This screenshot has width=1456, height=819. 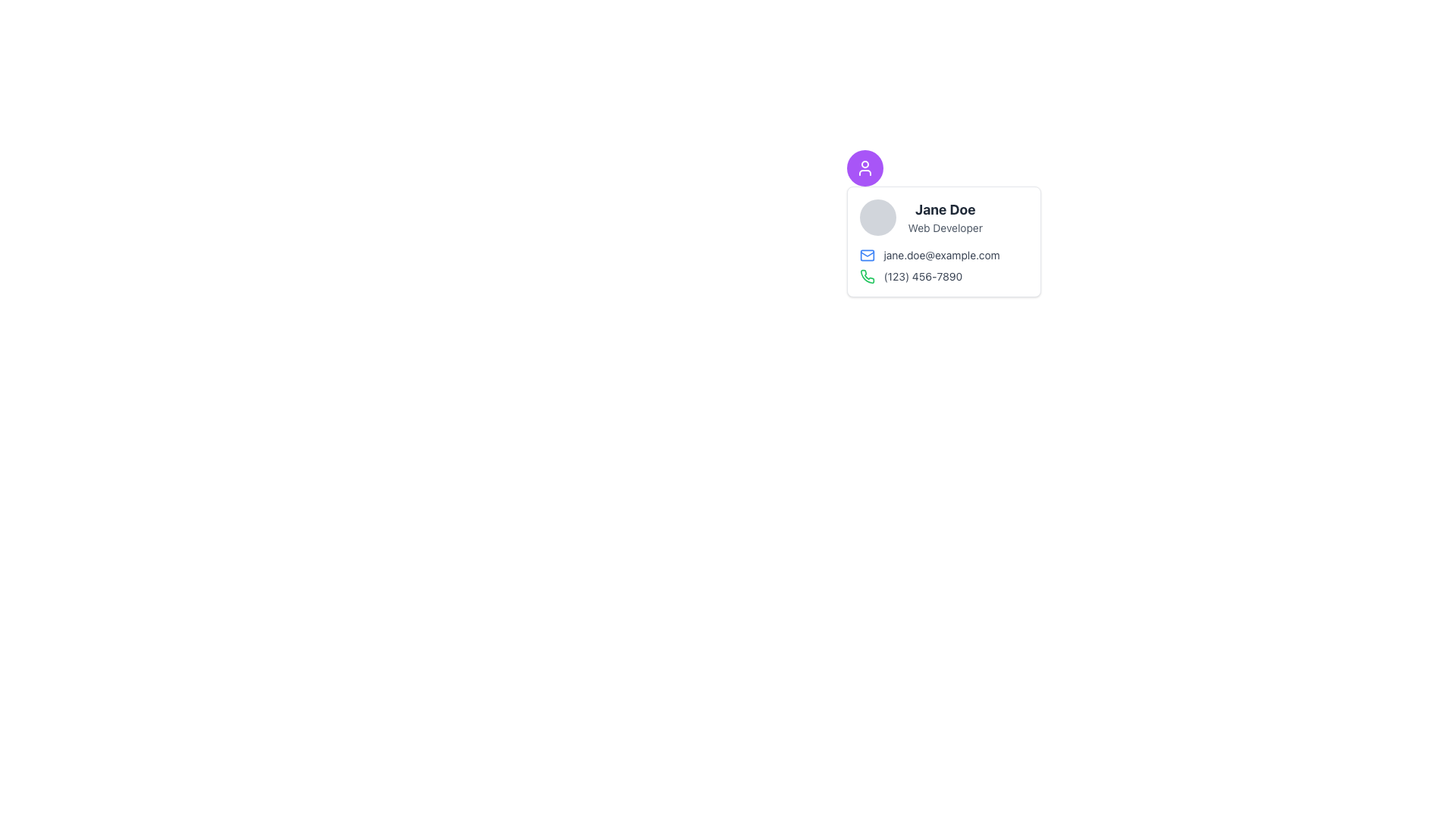 I want to click on the text label displaying 'Jane Doe', which is styled in bold and large font size, located in the user profile block, so click(x=944, y=210).